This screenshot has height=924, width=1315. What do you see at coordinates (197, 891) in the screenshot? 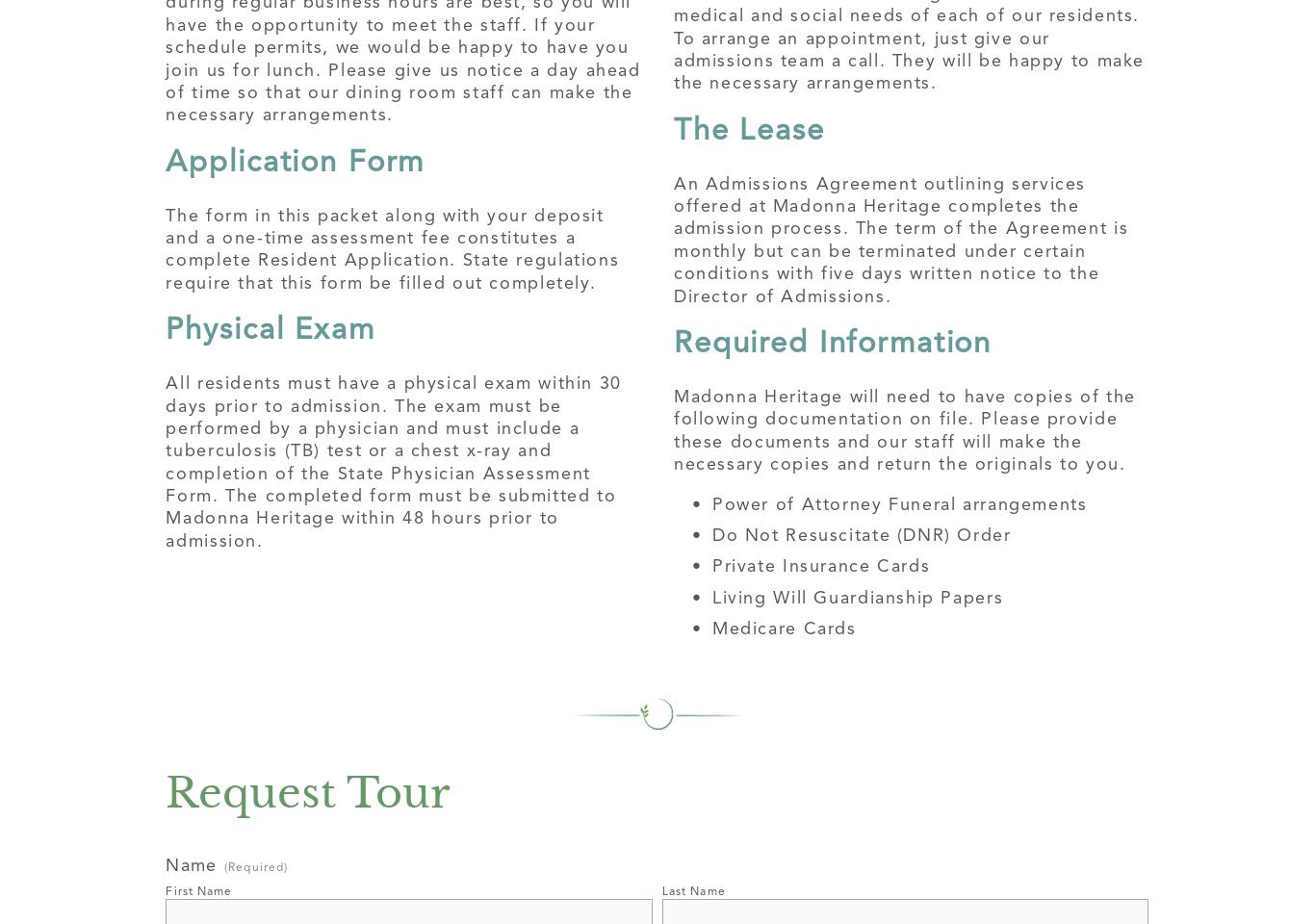
I see `'First Name'` at bounding box center [197, 891].